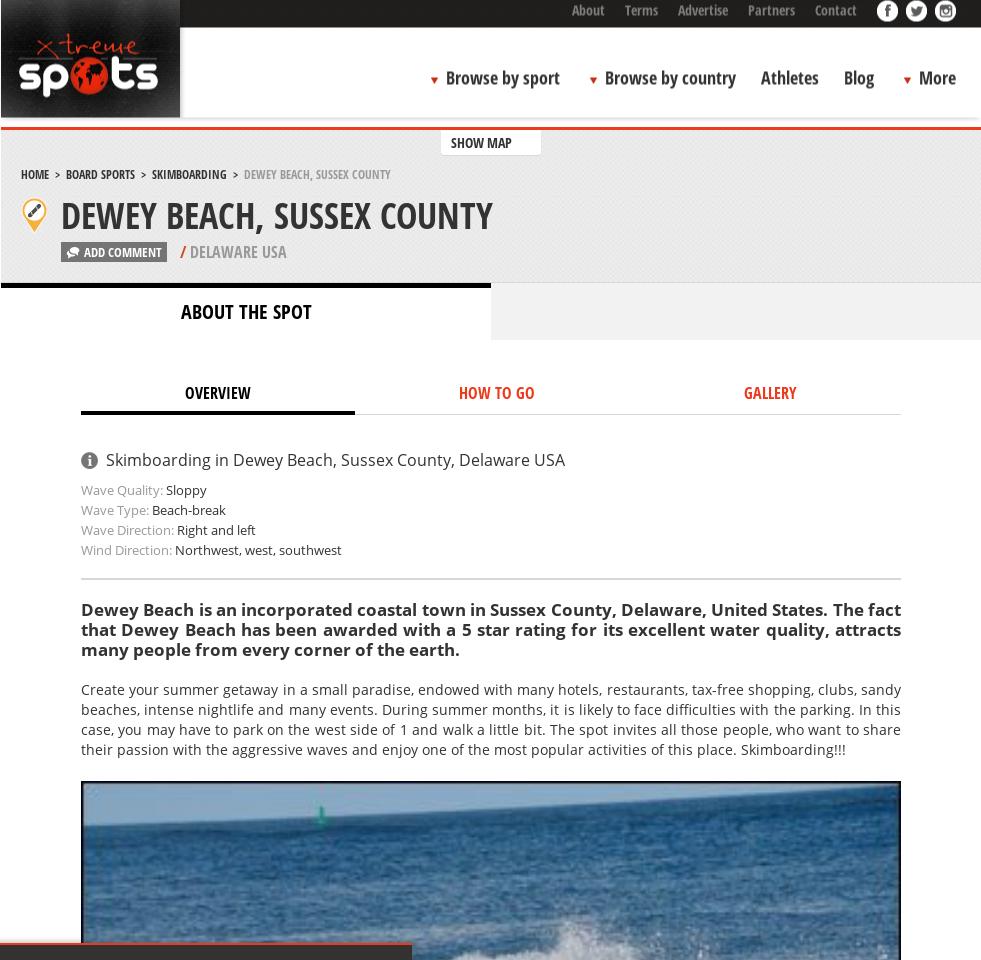  What do you see at coordinates (479, 141) in the screenshot?
I see `'SHOW MAP'` at bounding box center [479, 141].